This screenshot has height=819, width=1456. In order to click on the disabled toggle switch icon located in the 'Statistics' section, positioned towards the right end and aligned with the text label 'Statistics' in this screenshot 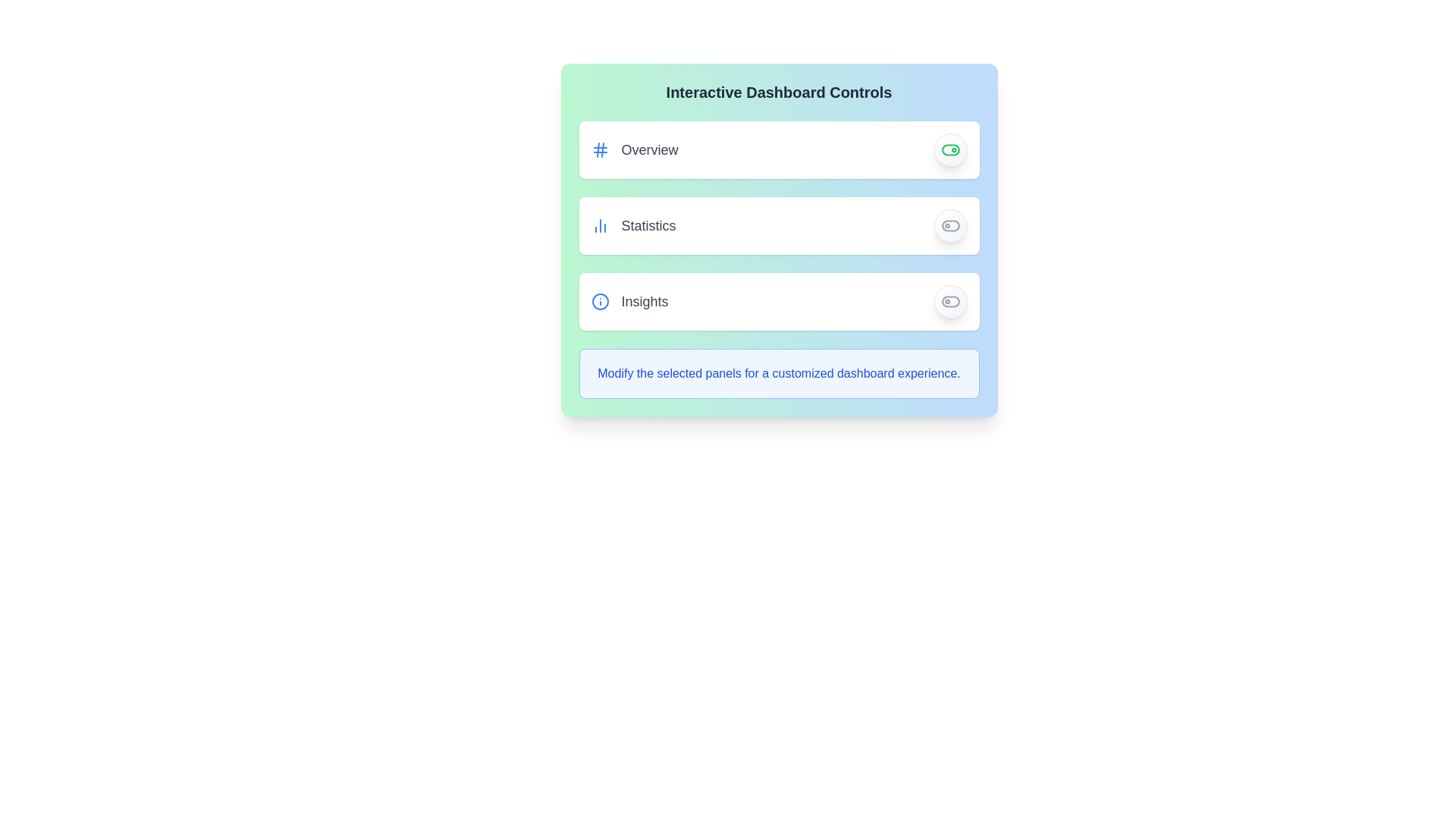, I will do `click(949, 225)`.